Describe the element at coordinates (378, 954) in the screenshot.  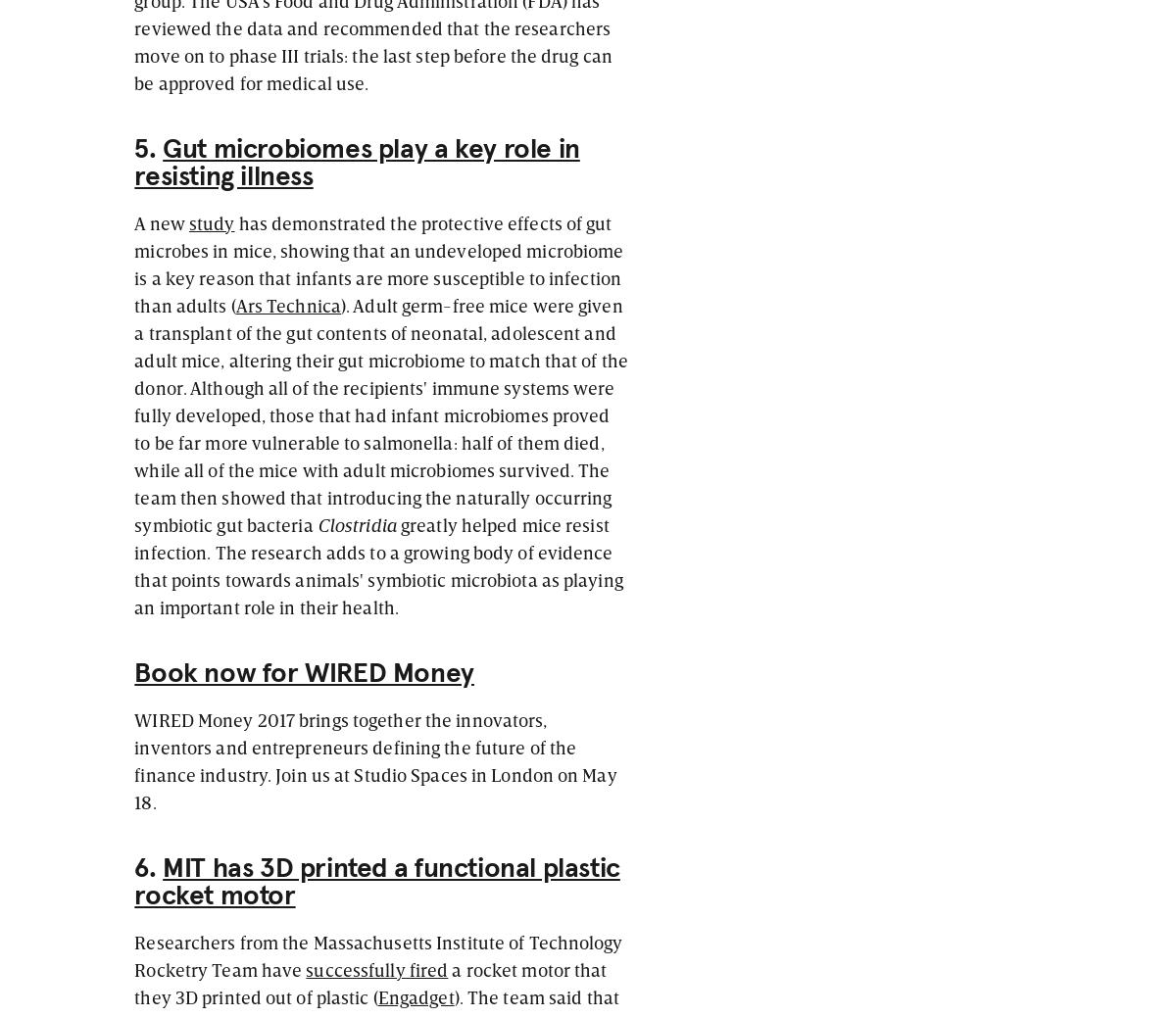
I see `'Researchers from the Massachusetts Institute of Technology Rocketry Team have'` at that location.